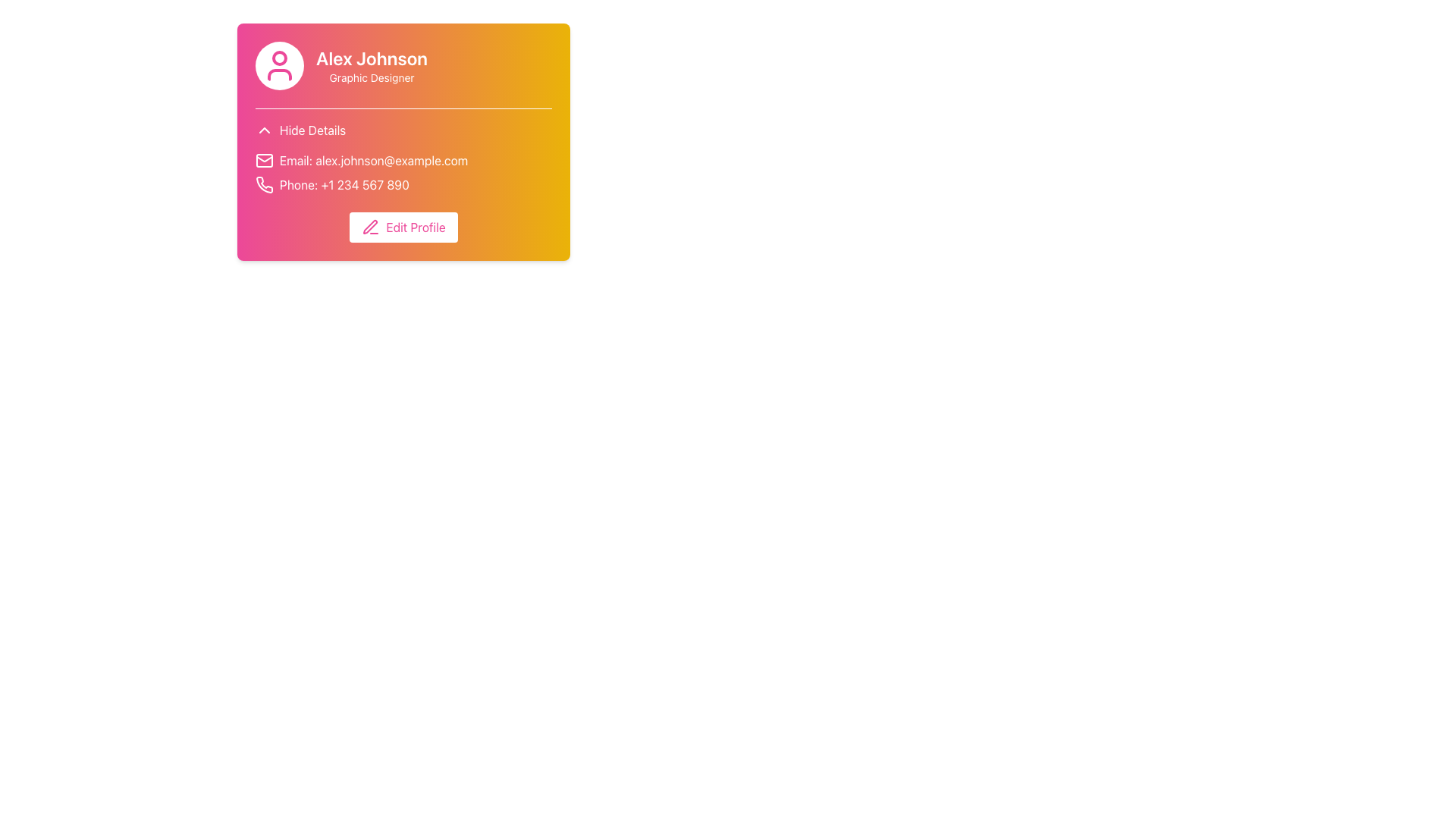 Image resolution: width=1456 pixels, height=819 pixels. What do you see at coordinates (374, 161) in the screenshot?
I see `displayed email address from the text label that shows 'Email: alex.johnson@example.com', which is located near an envelope icon in the user profile block` at bounding box center [374, 161].